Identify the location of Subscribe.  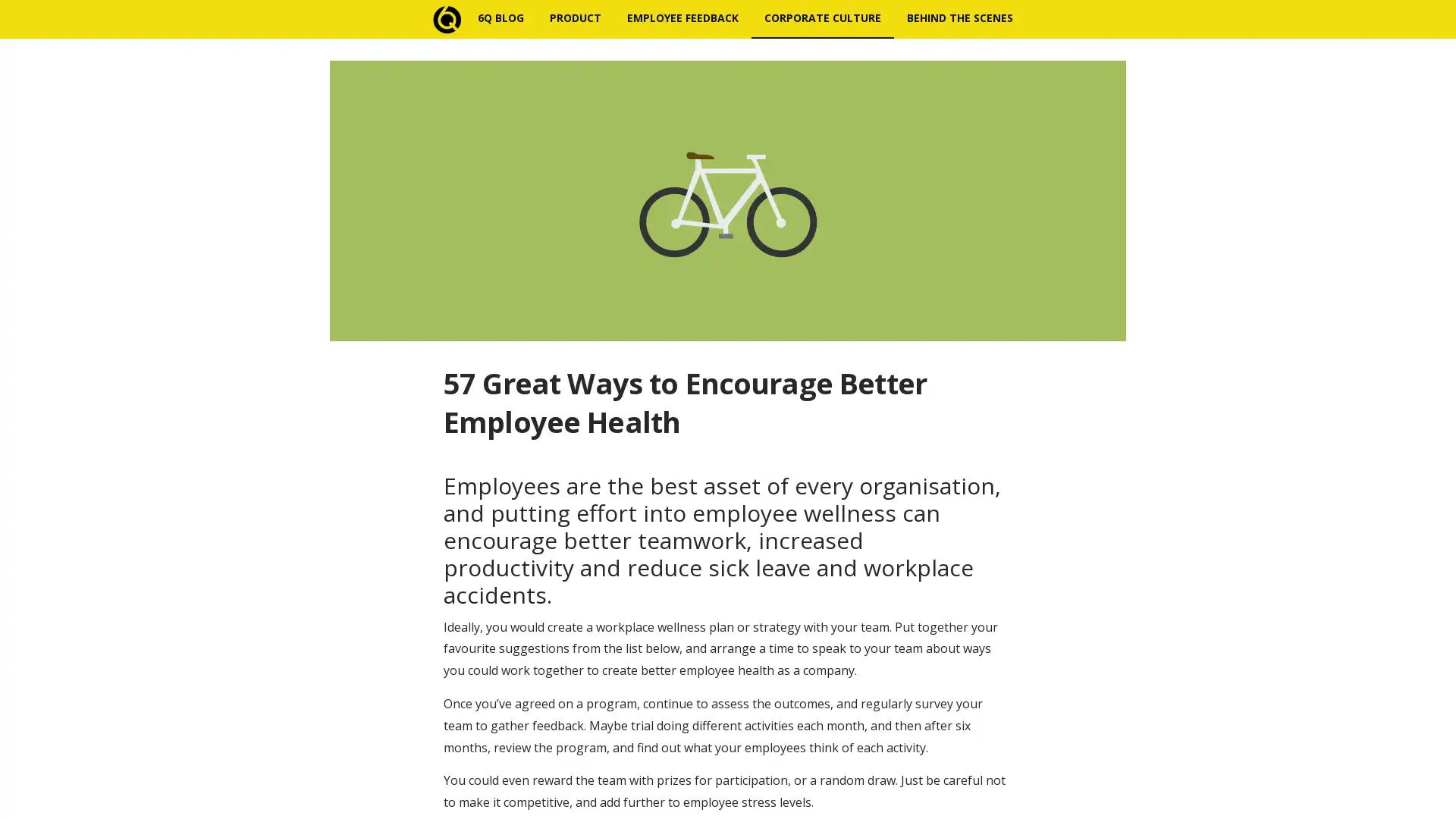
(895, 797).